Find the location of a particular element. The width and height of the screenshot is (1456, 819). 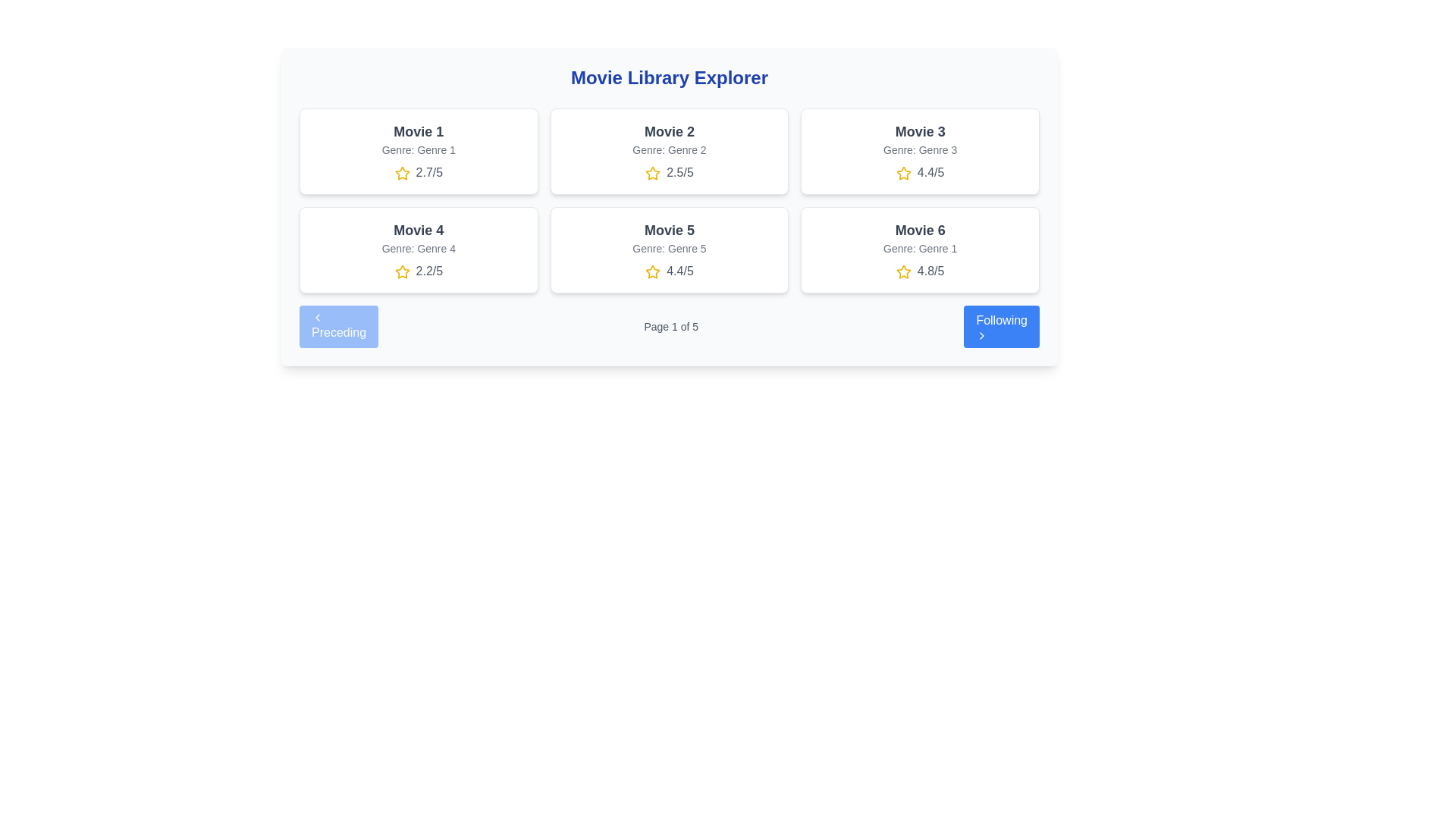

text label that displays 'Movie 4' at the top-center of the card UI component is located at coordinates (419, 231).